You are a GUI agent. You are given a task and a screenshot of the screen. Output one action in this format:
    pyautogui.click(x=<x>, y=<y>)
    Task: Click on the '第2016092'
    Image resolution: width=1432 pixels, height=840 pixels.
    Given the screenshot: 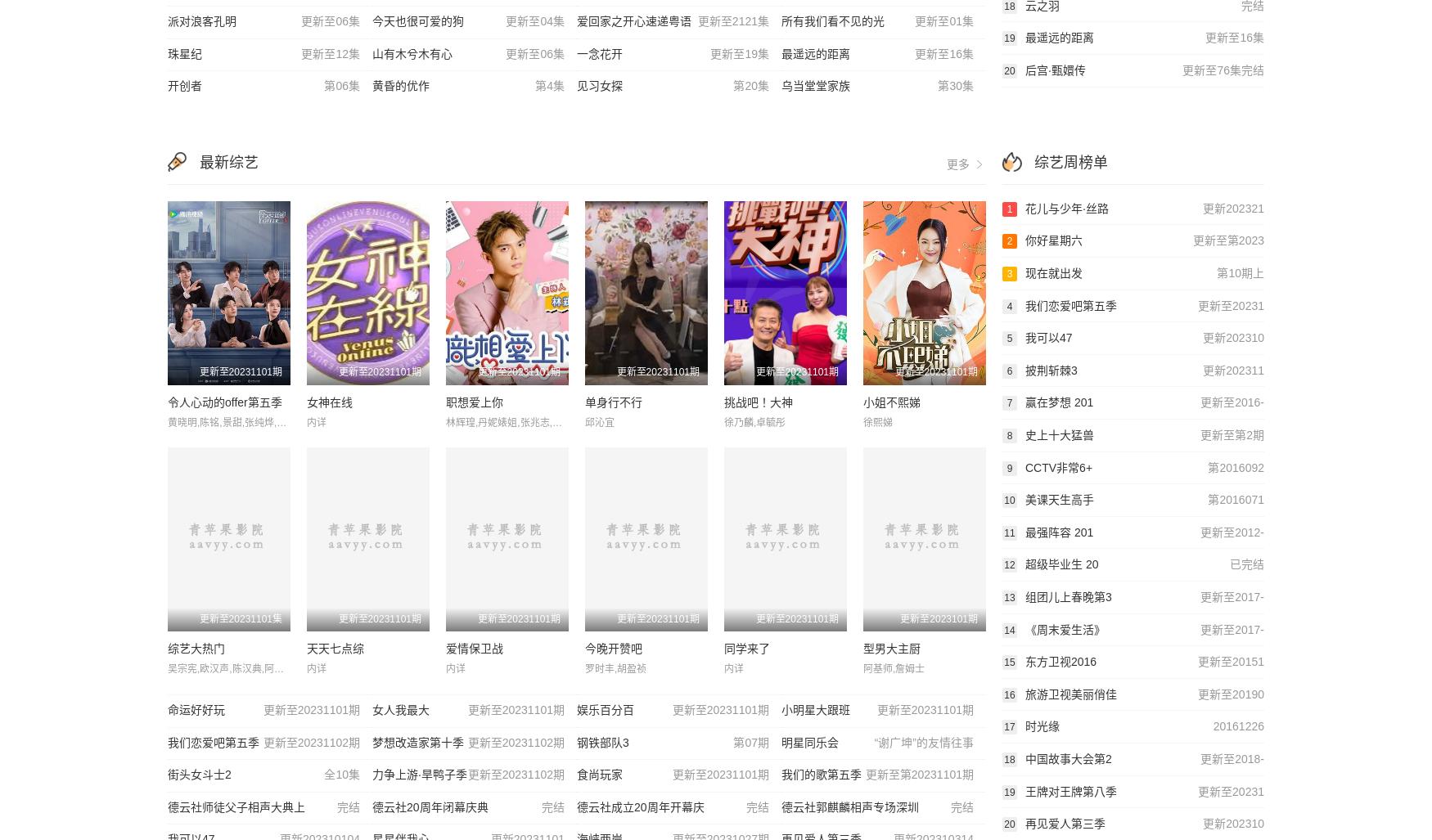 What is the action you would take?
    pyautogui.click(x=1207, y=467)
    